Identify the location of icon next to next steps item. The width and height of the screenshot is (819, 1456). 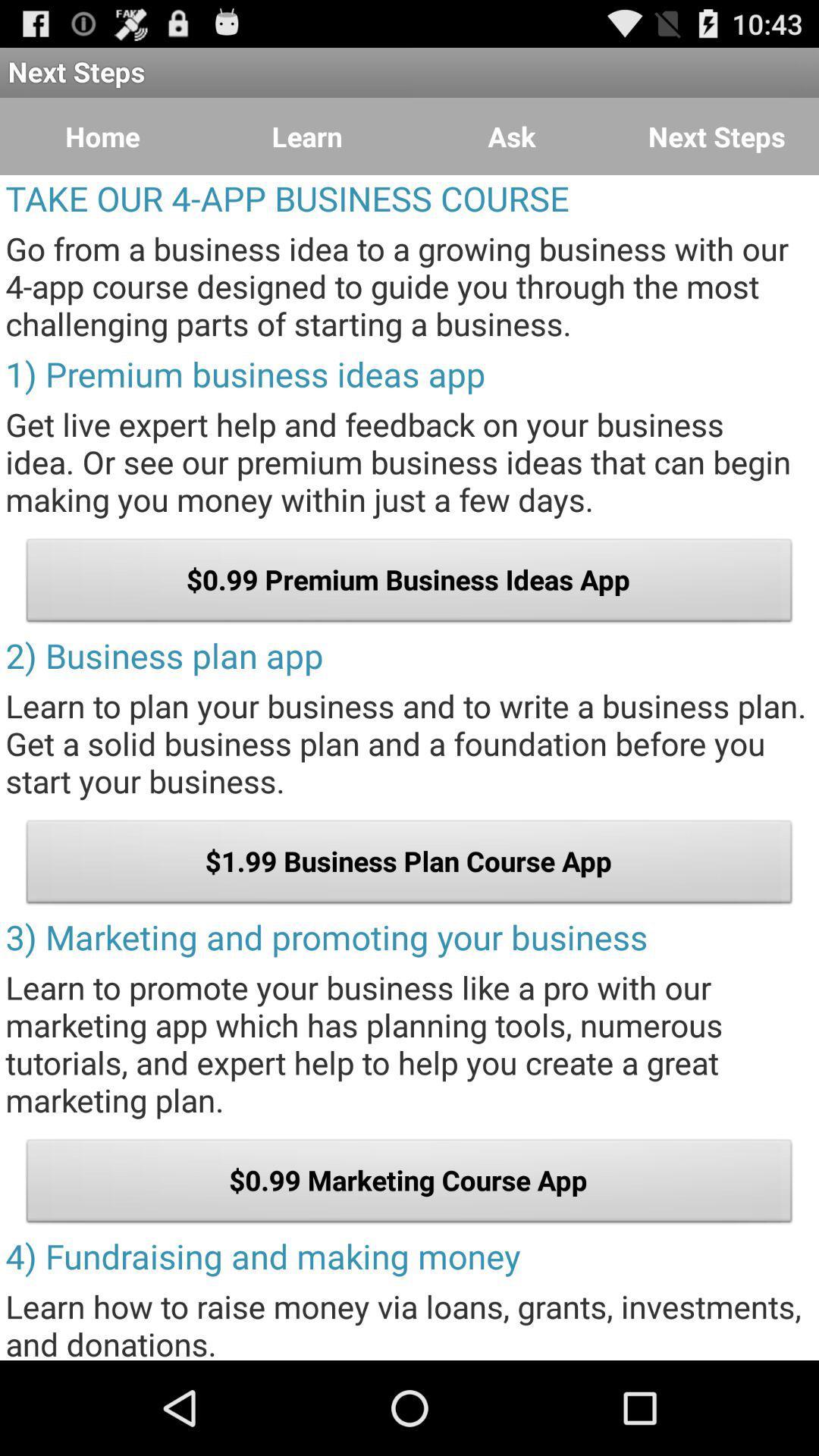
(512, 136).